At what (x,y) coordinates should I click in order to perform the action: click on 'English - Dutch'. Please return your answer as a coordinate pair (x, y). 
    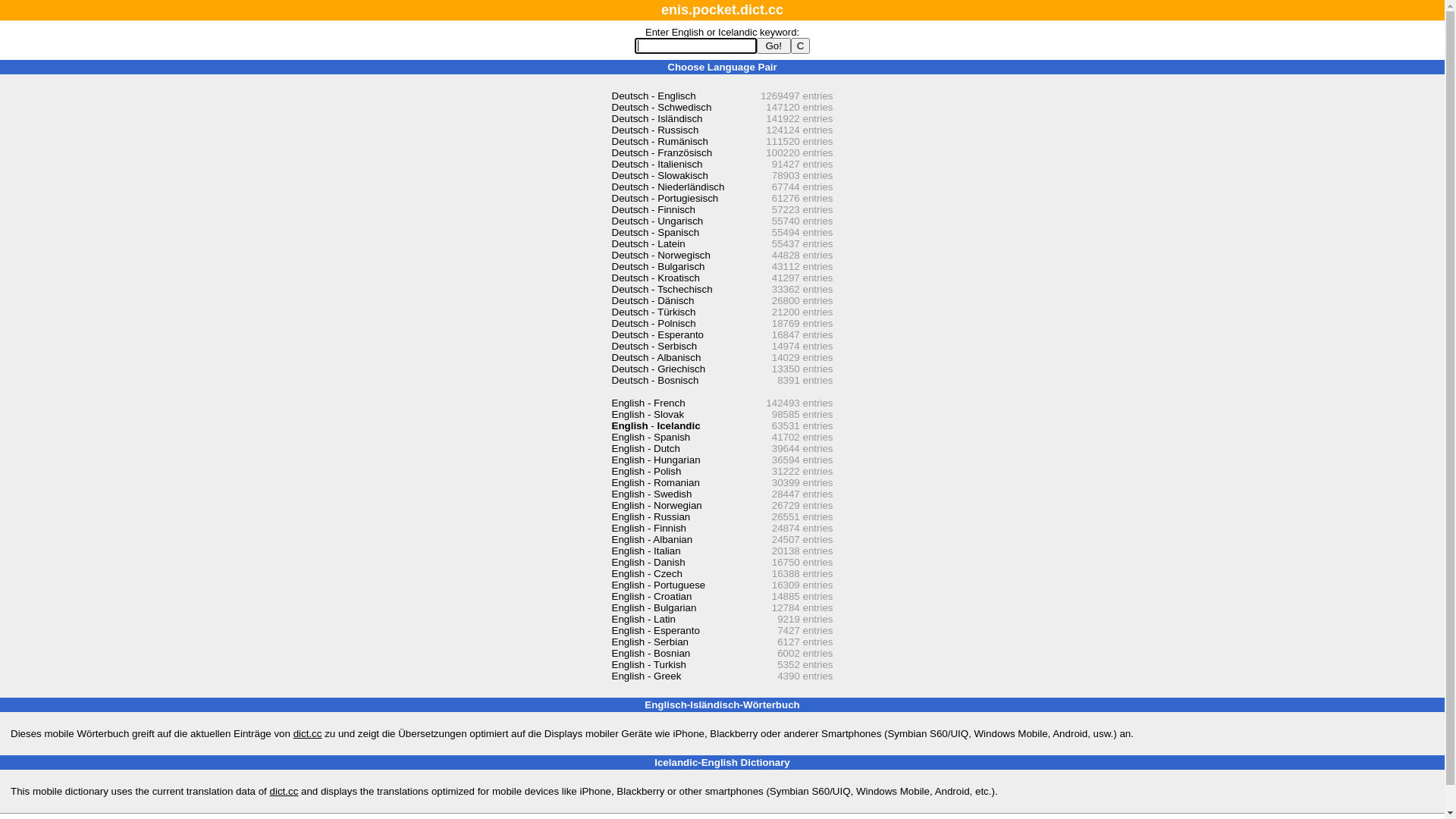
    Looking at the image, I should click on (645, 447).